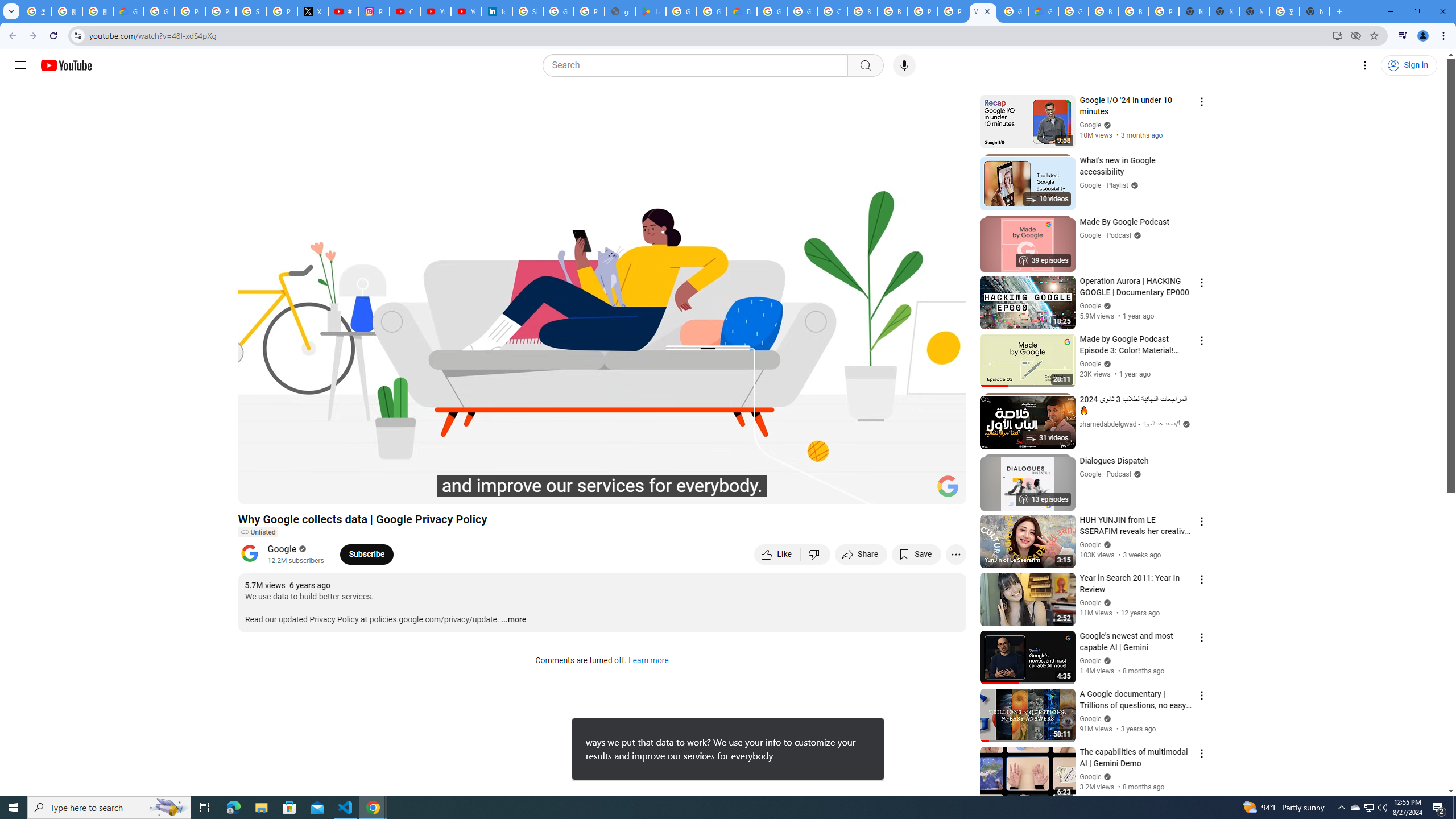 This screenshot has height=819, width=1456. What do you see at coordinates (1314, 11) in the screenshot?
I see `'New Tab'` at bounding box center [1314, 11].